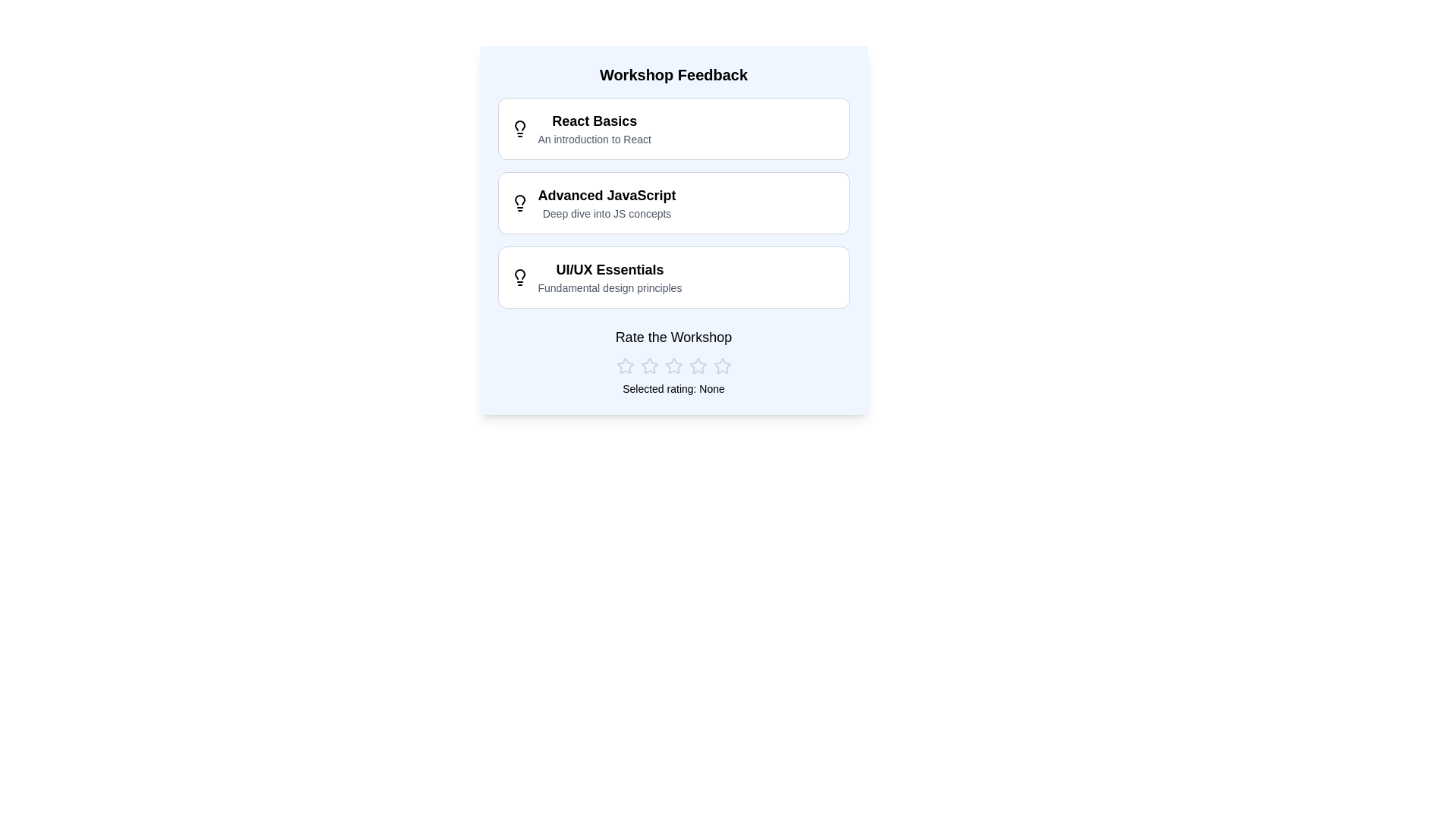  Describe the element at coordinates (673, 366) in the screenshot. I see `the third star icon in the 'Rate the Workshop' section to assign a three-star rating` at that location.